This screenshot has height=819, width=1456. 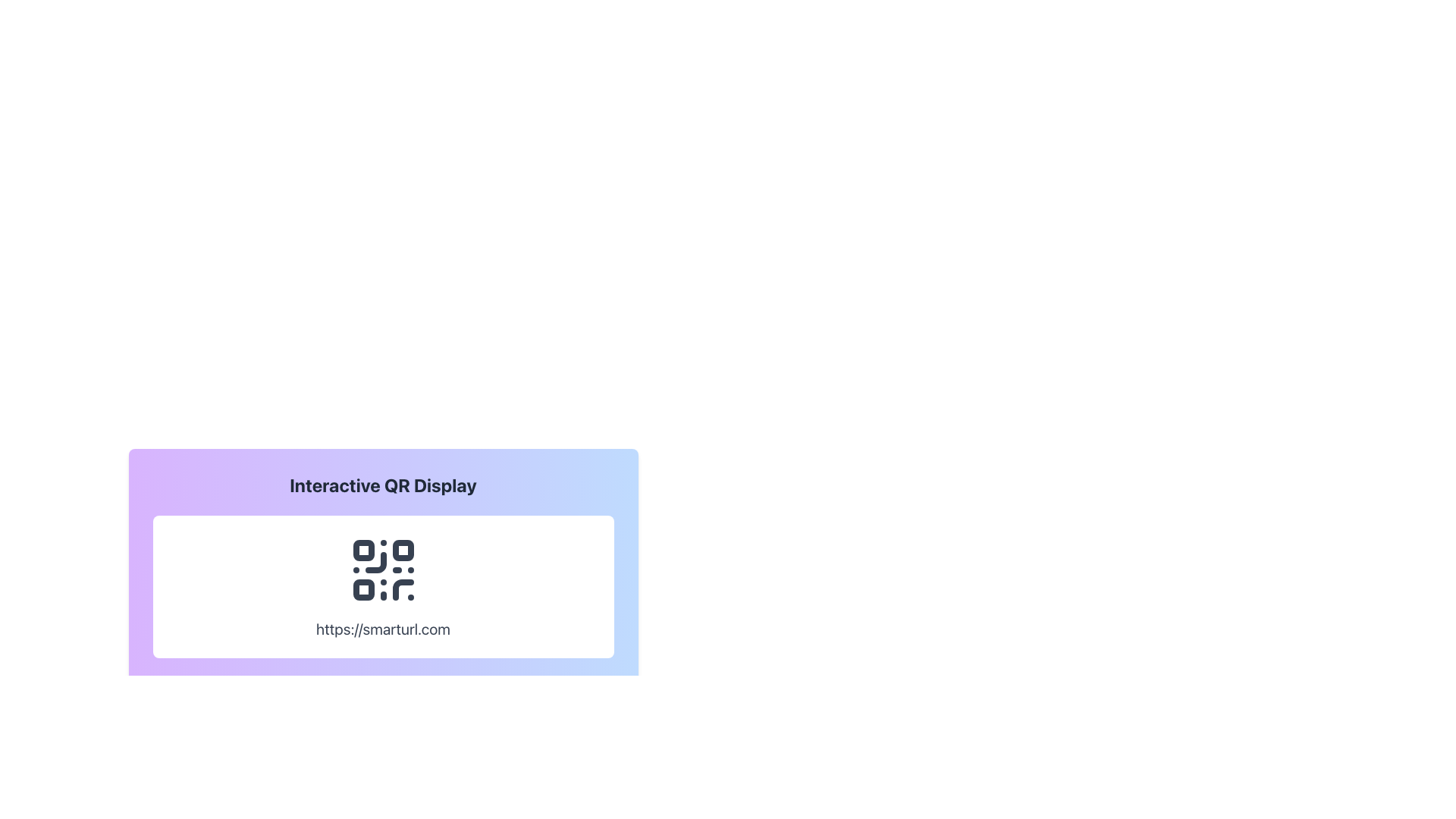 I want to click on the Display panel containing the QR code and informational text to interact with it, so click(x=383, y=598).